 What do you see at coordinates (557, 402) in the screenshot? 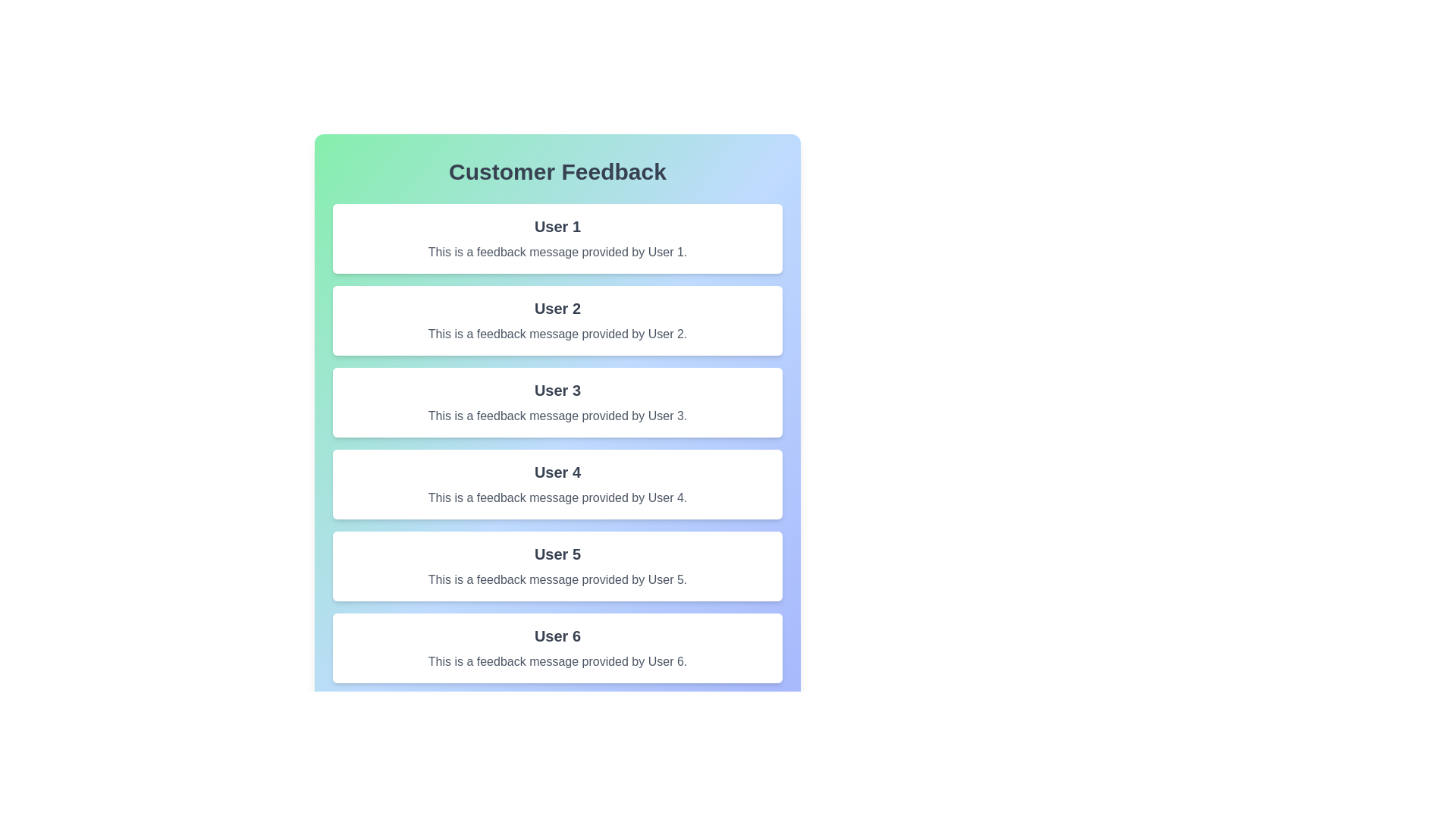
I see `the informational feedback card titled 'User 3', which contains the feedback message 'This is a feedback message provided by User 3.' and is the third card in the vertical list of feedback cards` at bounding box center [557, 402].